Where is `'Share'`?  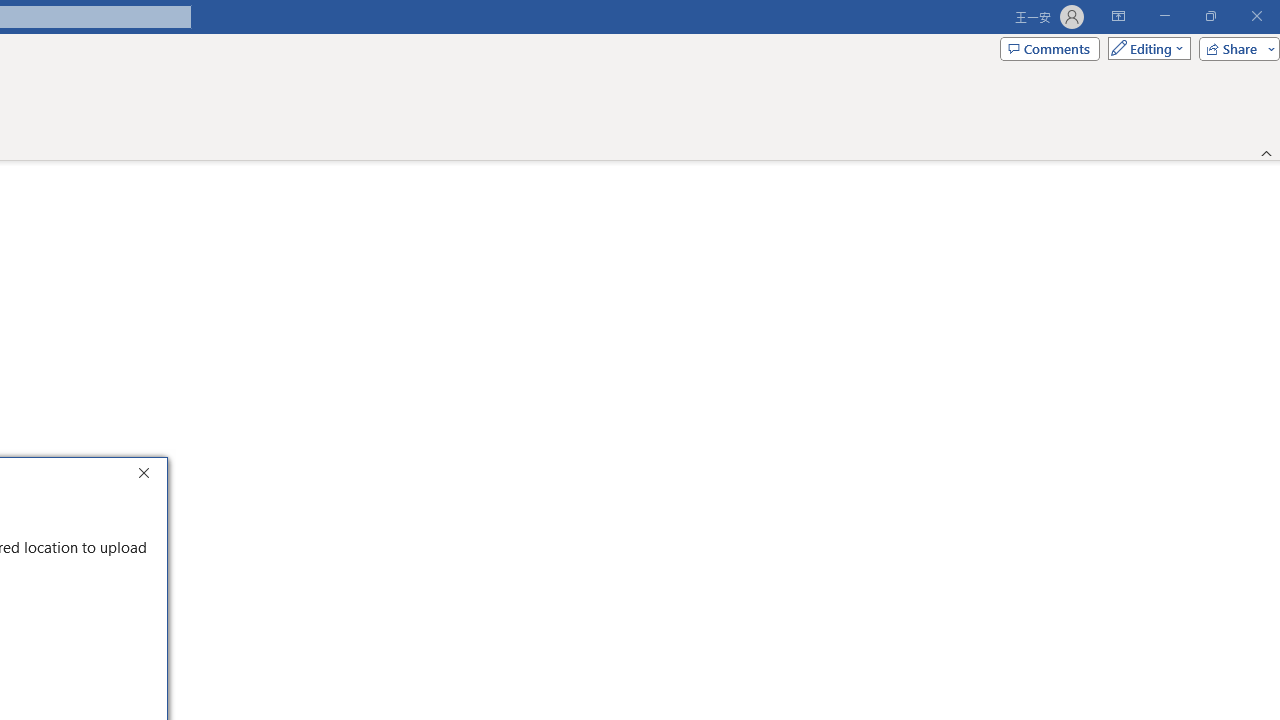 'Share' is located at coordinates (1234, 47).